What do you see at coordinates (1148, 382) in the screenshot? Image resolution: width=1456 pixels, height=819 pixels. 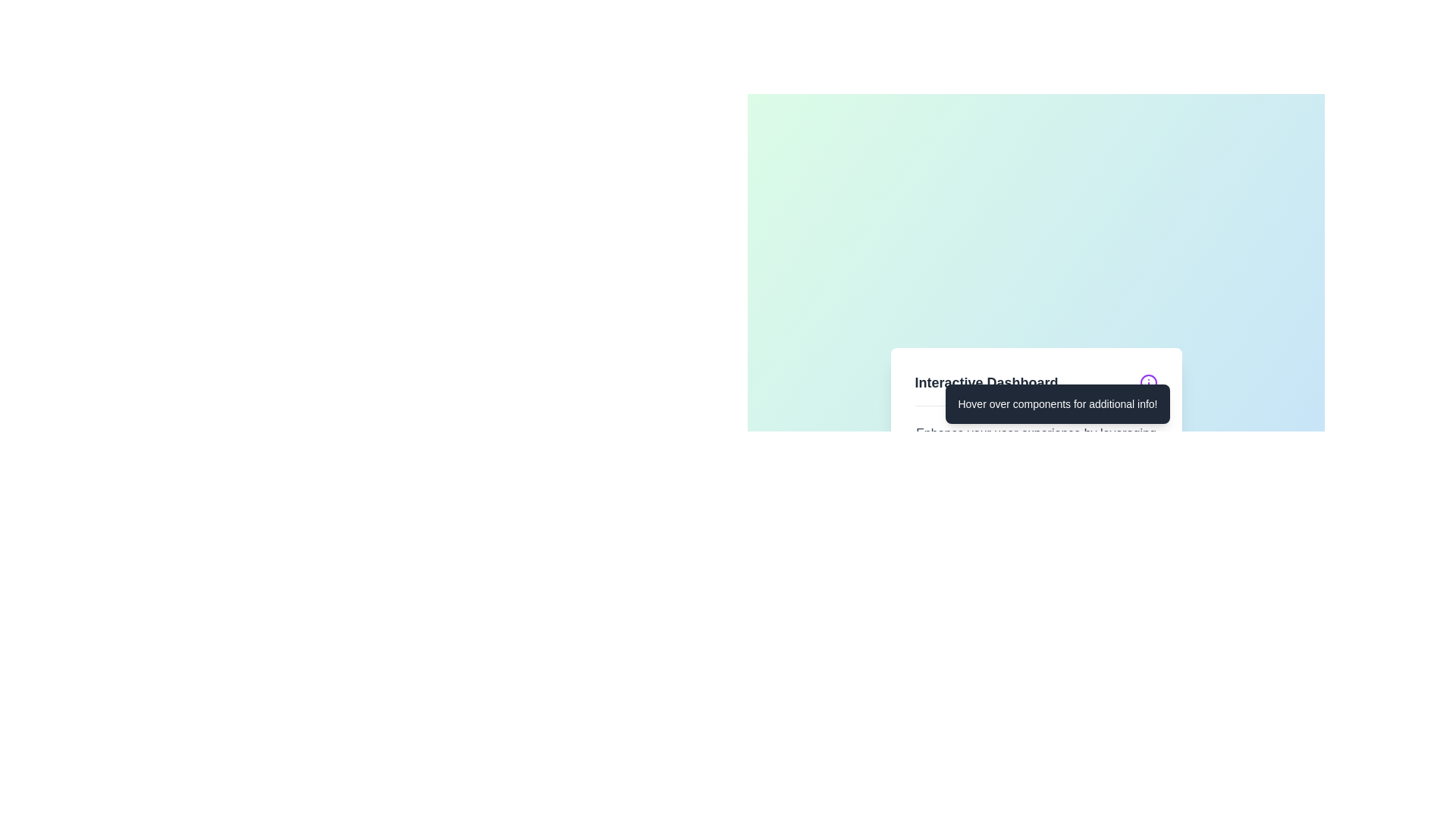 I see `the circular icon with a purple border and a small dot inside, located` at bounding box center [1148, 382].